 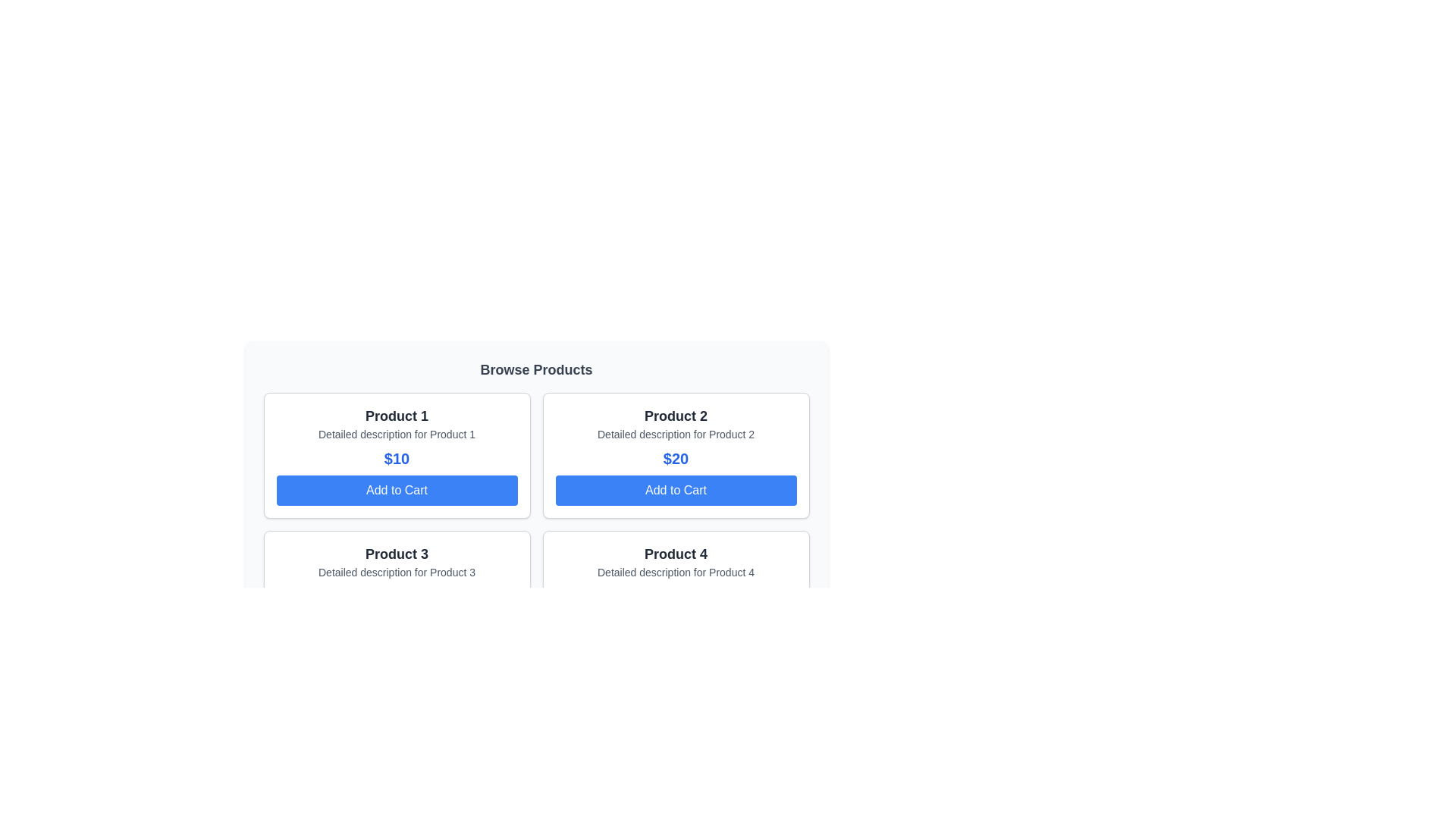 What do you see at coordinates (675, 416) in the screenshot?
I see `the text label reading 'Product 2' in bold, large-sized font with dark gray color, located in the second product card of a grid layout` at bounding box center [675, 416].